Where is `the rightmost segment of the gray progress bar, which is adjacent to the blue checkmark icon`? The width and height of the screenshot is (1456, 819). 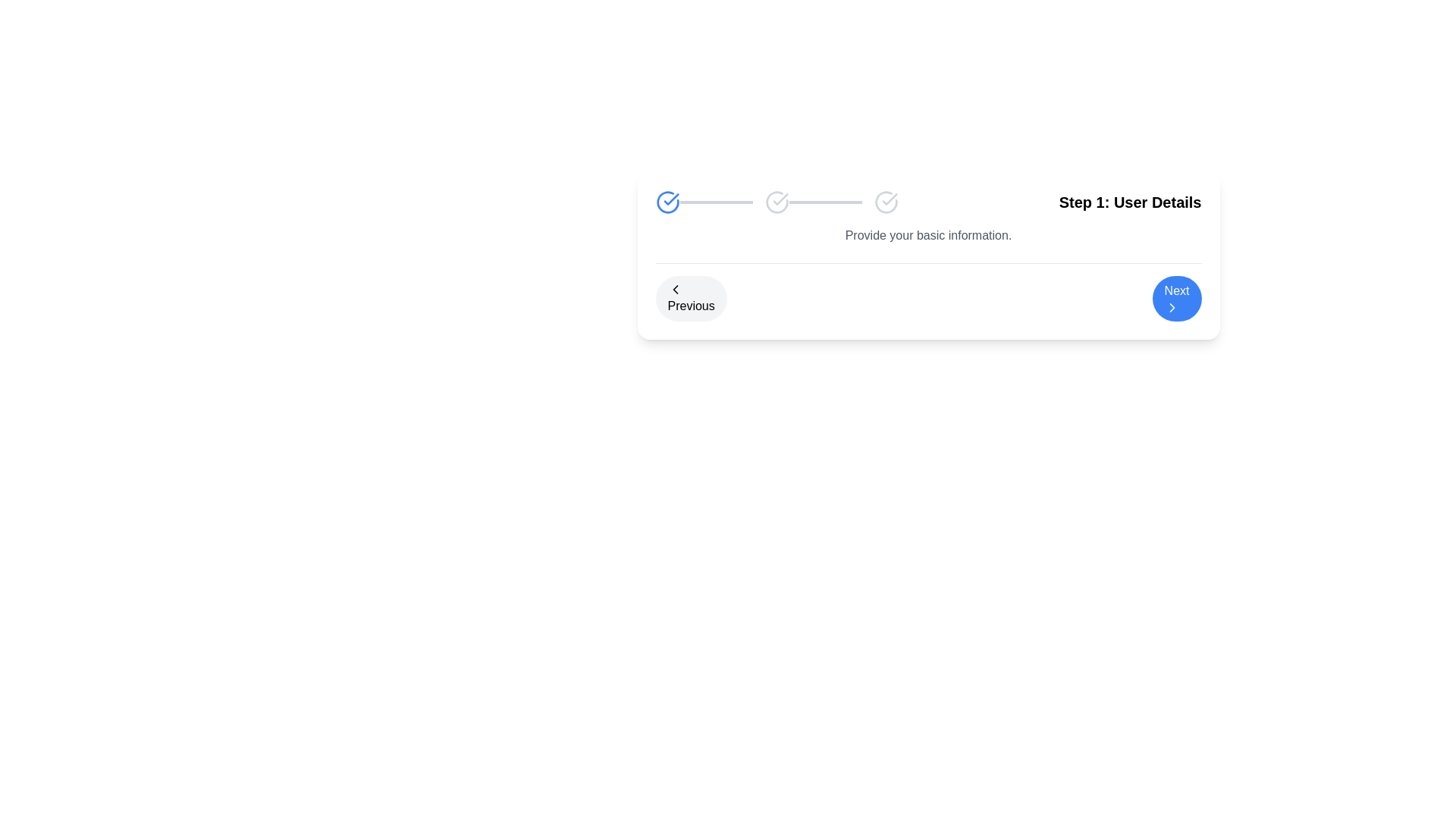 the rightmost segment of the gray progress bar, which is adjacent to the blue checkmark icon is located at coordinates (715, 201).